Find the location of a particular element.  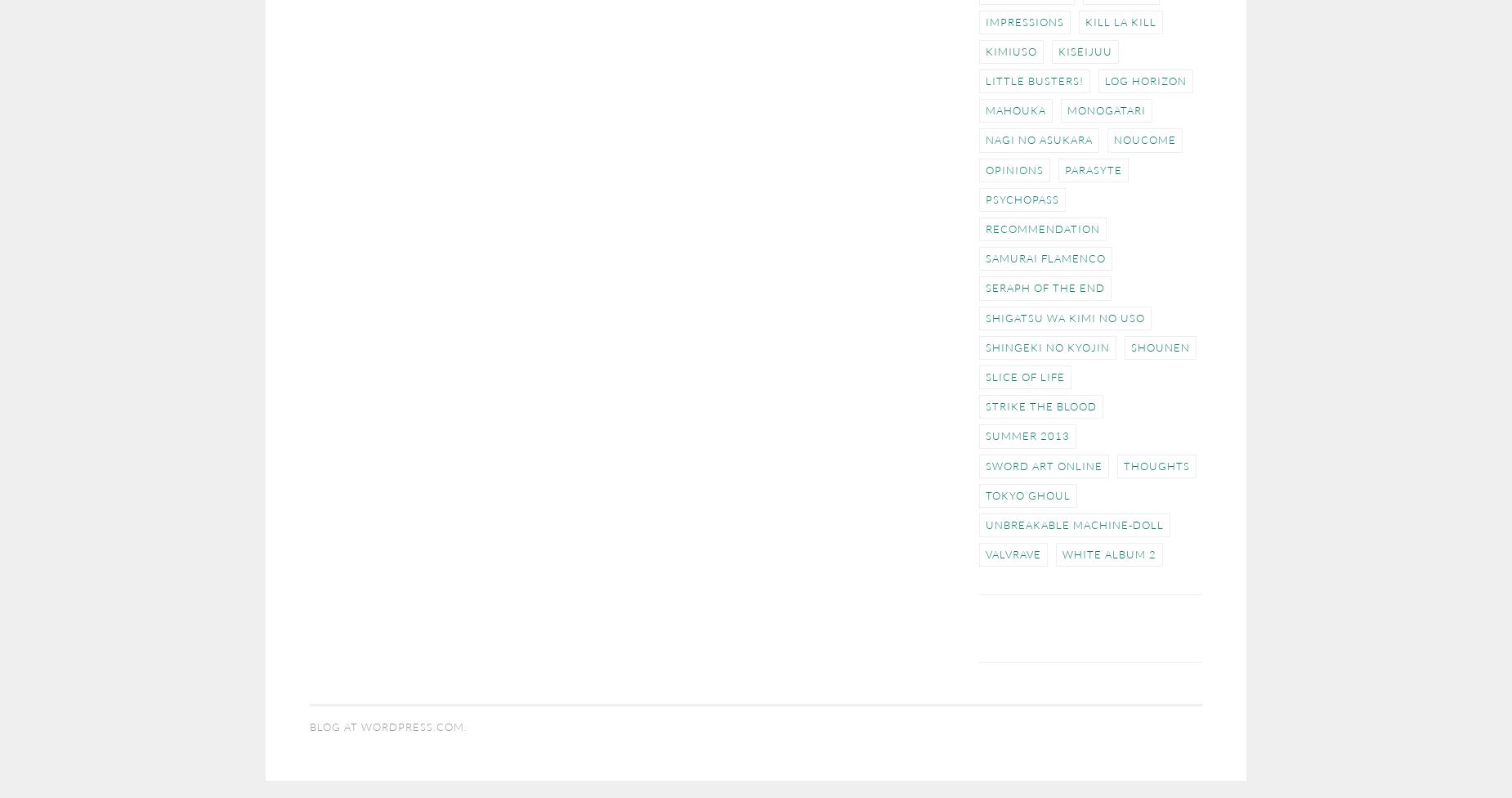

'Summer 2013' is located at coordinates (1027, 435).